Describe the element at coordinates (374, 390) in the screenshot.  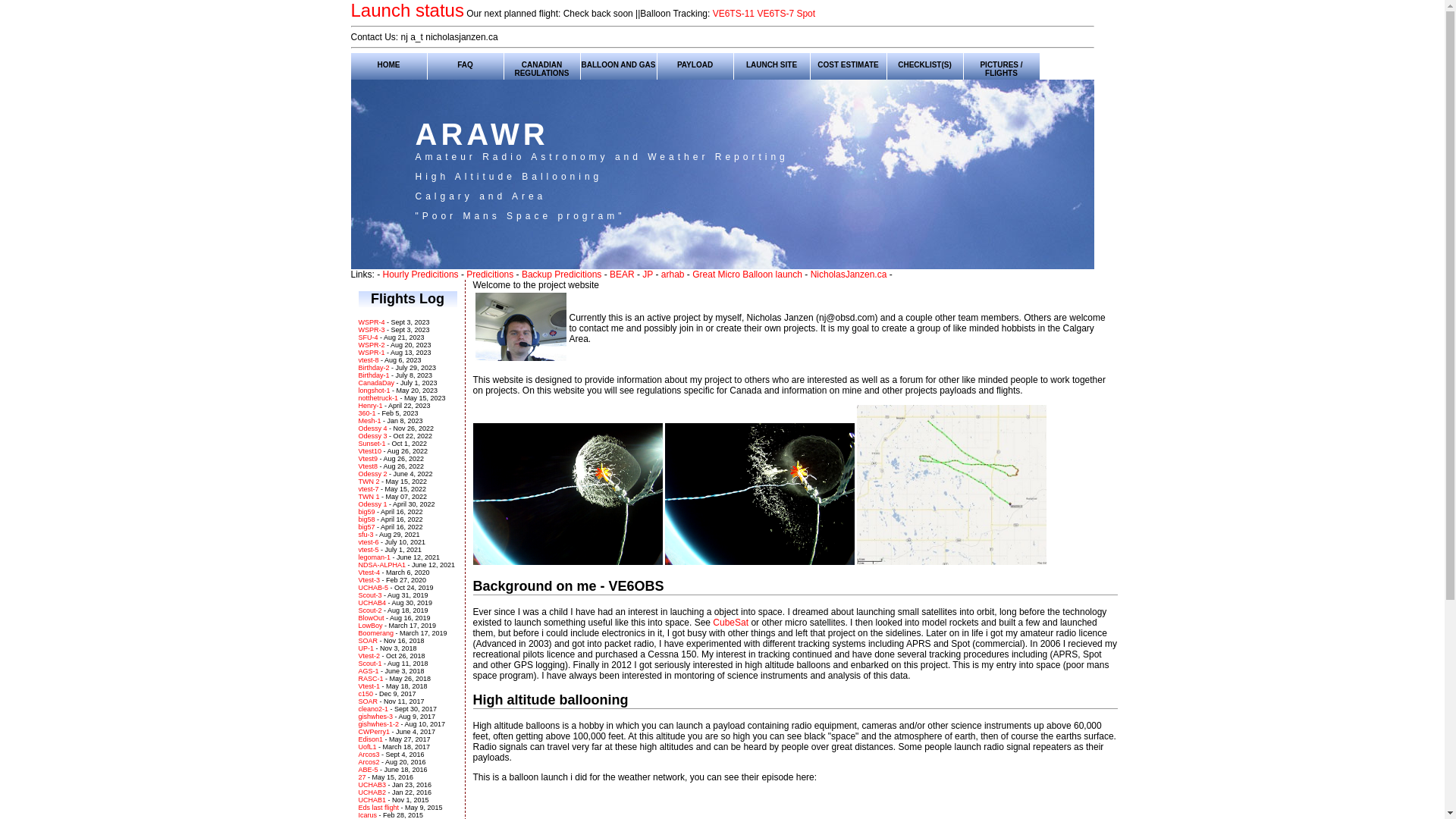
I see `'longshot-1'` at that location.